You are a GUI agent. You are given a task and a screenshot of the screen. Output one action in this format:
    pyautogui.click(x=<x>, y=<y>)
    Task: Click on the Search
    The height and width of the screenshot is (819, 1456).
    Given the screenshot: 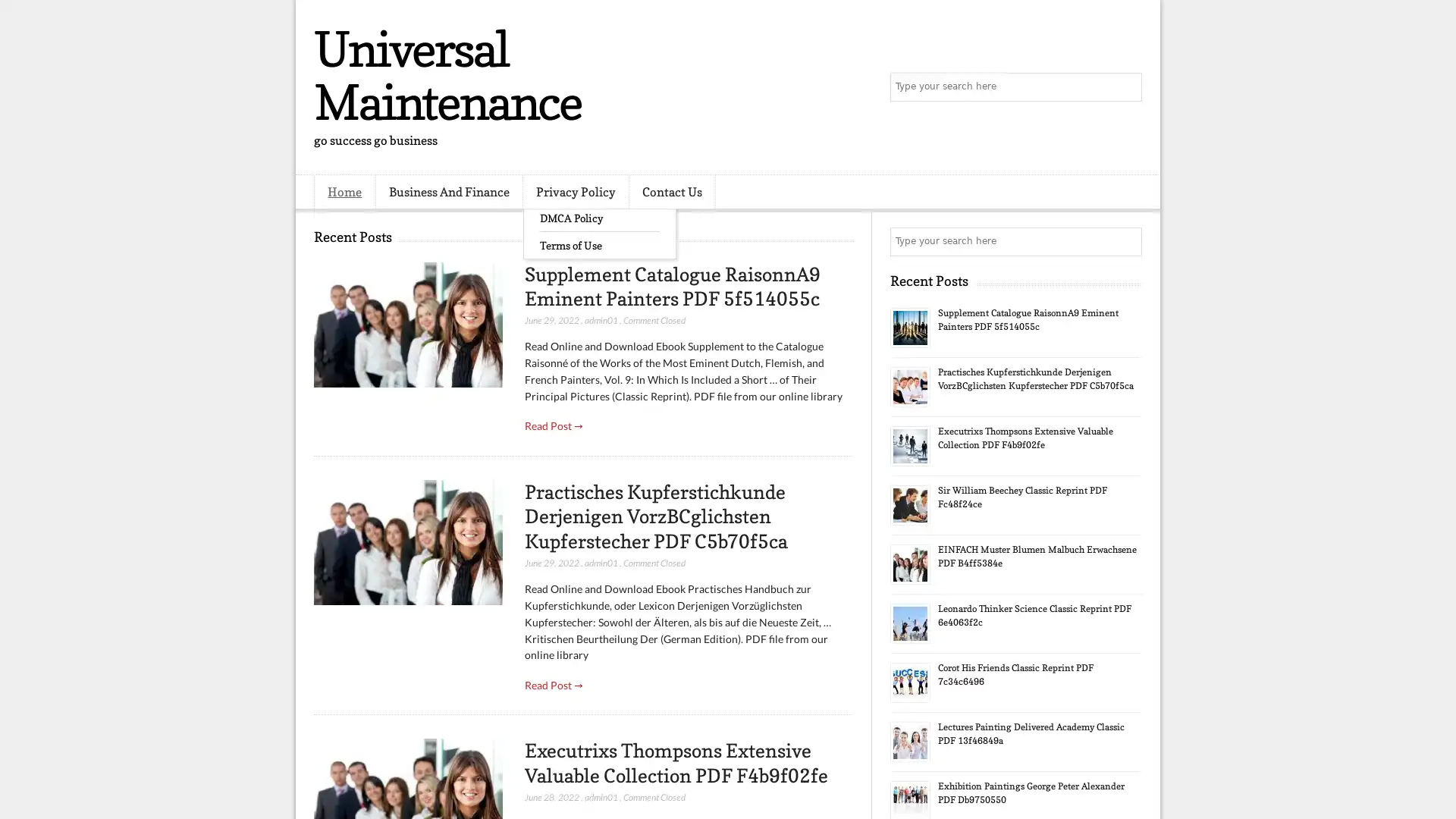 What is the action you would take?
    pyautogui.click(x=1126, y=87)
    